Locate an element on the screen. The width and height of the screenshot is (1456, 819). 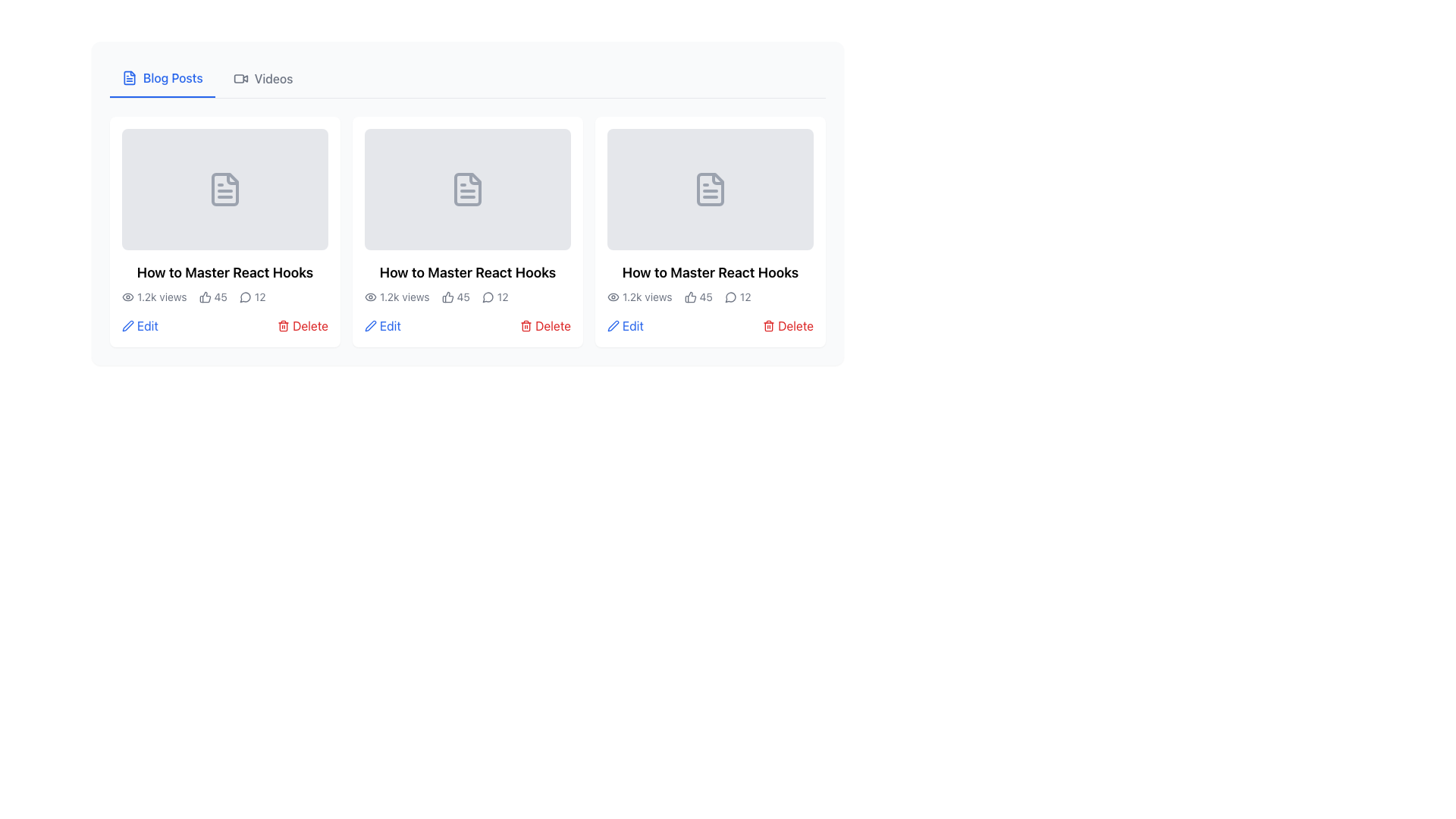
the comment icon located below the blog post card, which is the last icon in a row of three, positioned to the right of the thumbs-up icon and to the left of the numeric text '12' is located at coordinates (488, 297).